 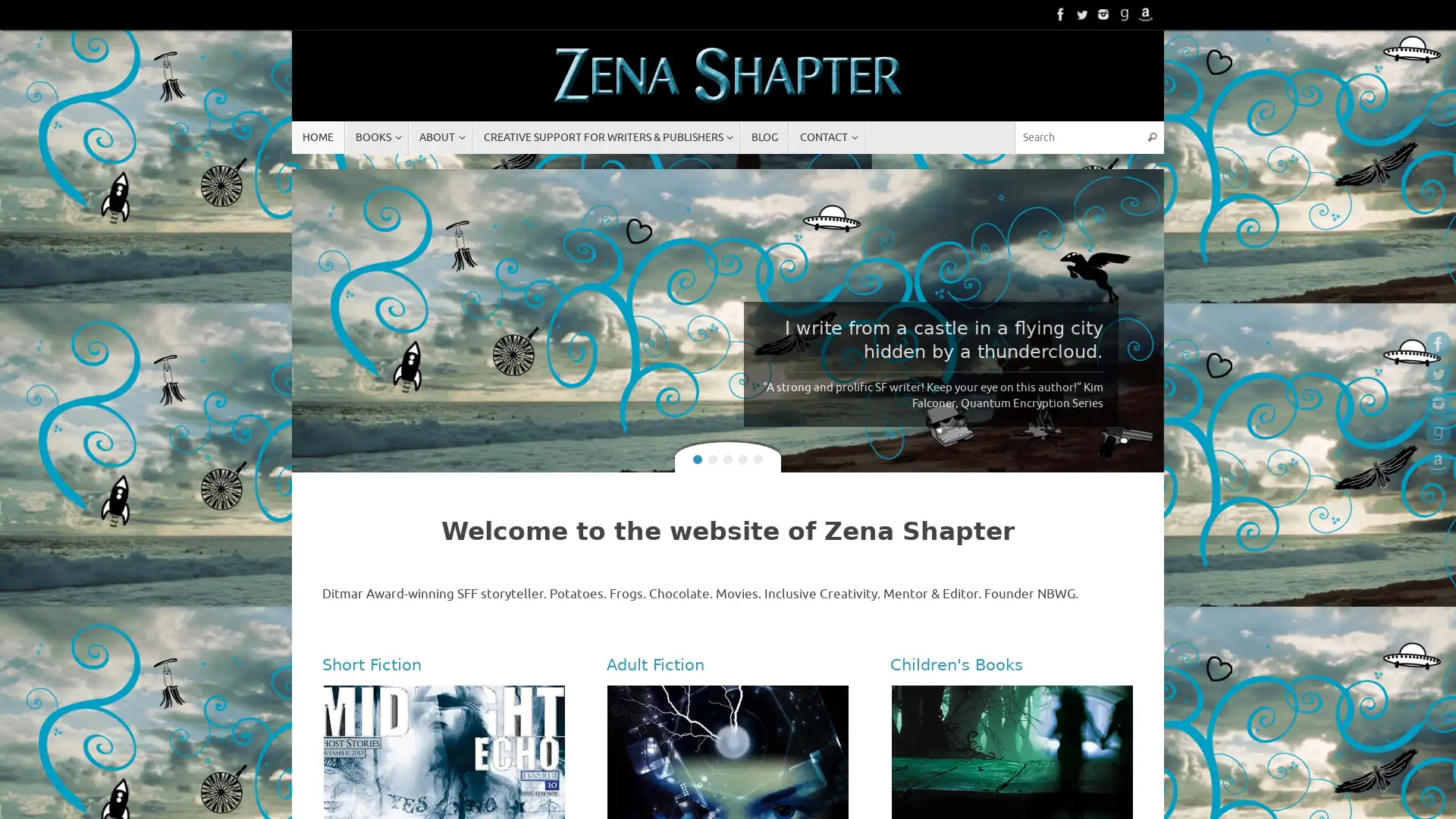 I want to click on Search, so click(x=1151, y=137).